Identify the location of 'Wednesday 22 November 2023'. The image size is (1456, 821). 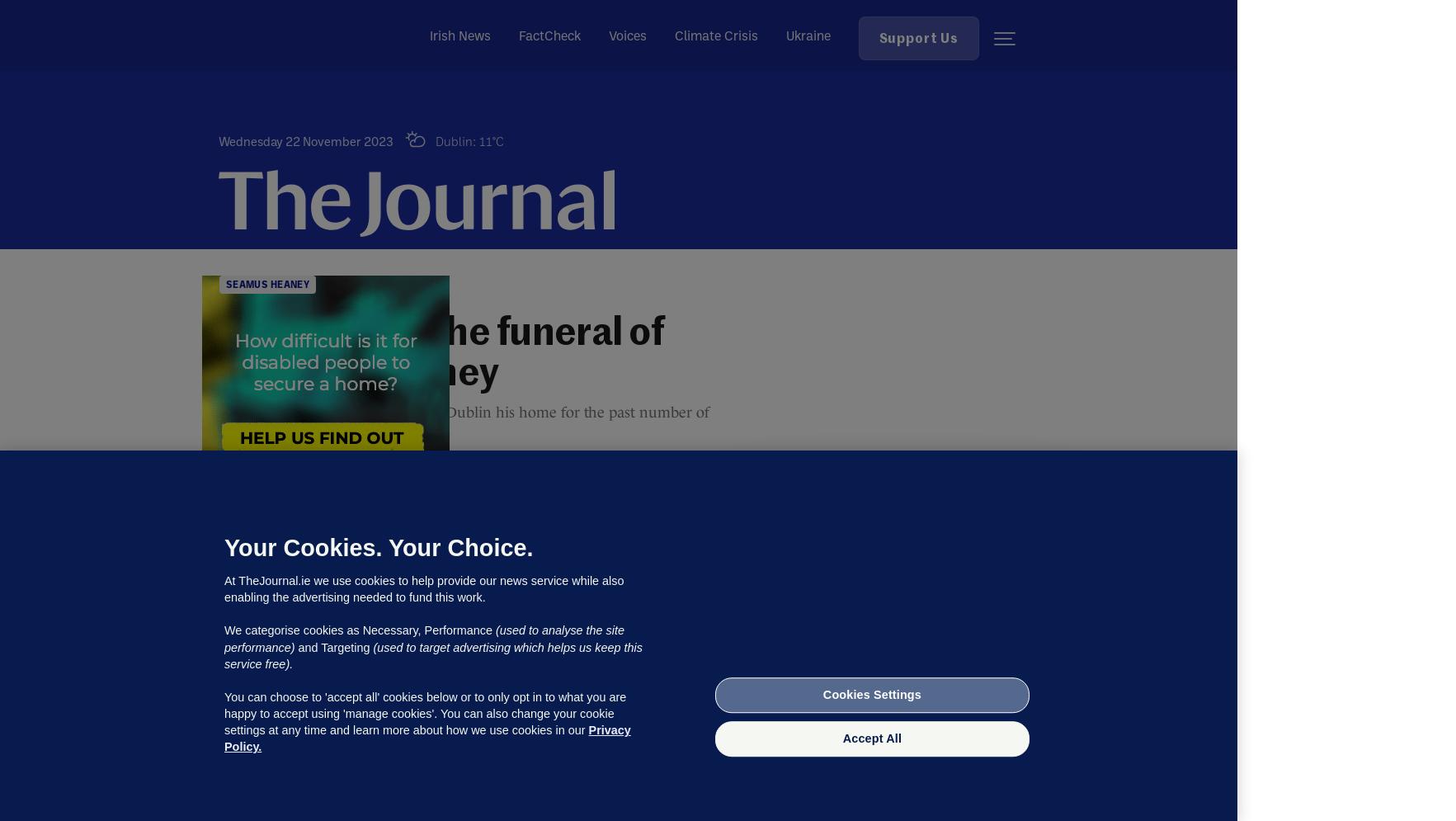
(305, 141).